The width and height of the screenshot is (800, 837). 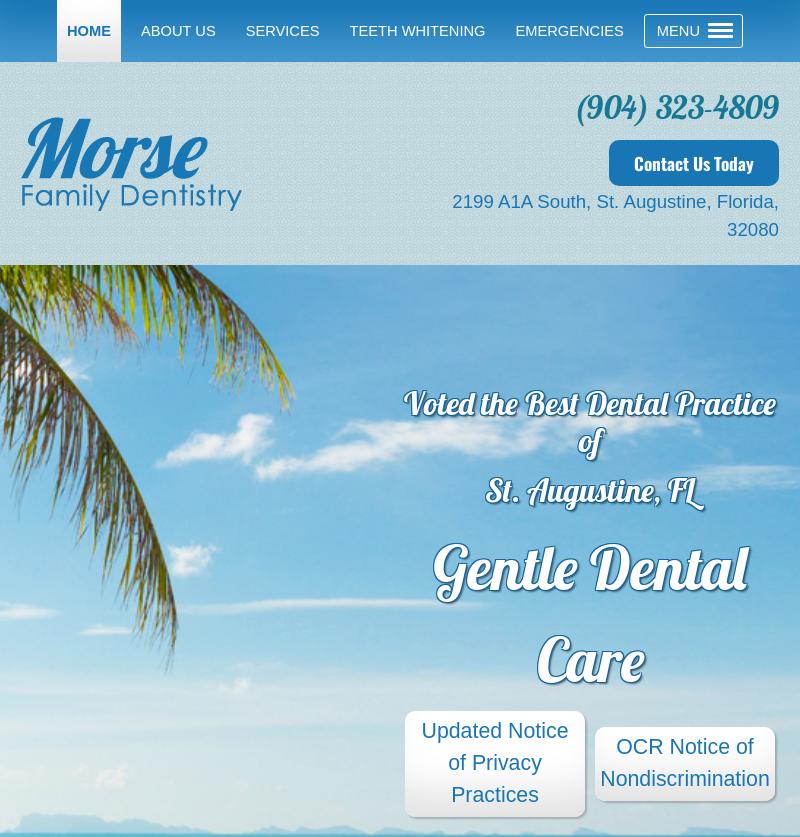 What do you see at coordinates (282, 30) in the screenshot?
I see `'Services'` at bounding box center [282, 30].